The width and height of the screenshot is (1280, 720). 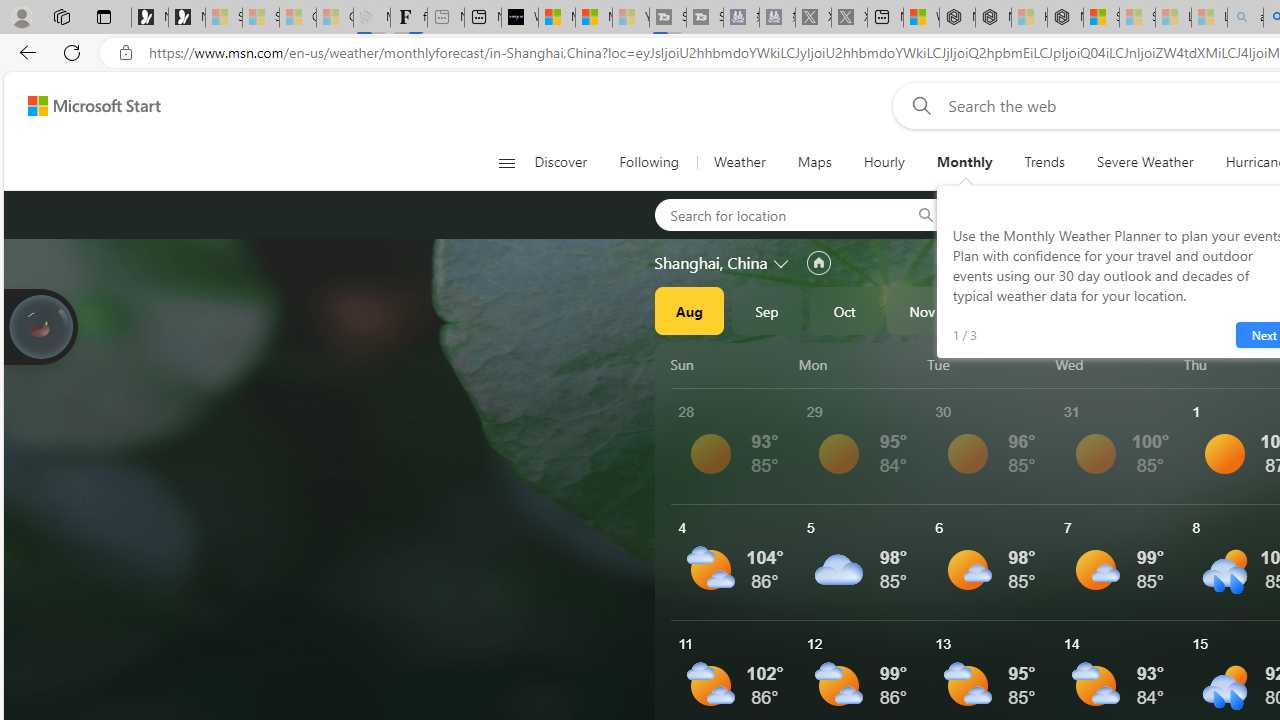 I want to click on 'Monthly', so click(x=964, y=162).